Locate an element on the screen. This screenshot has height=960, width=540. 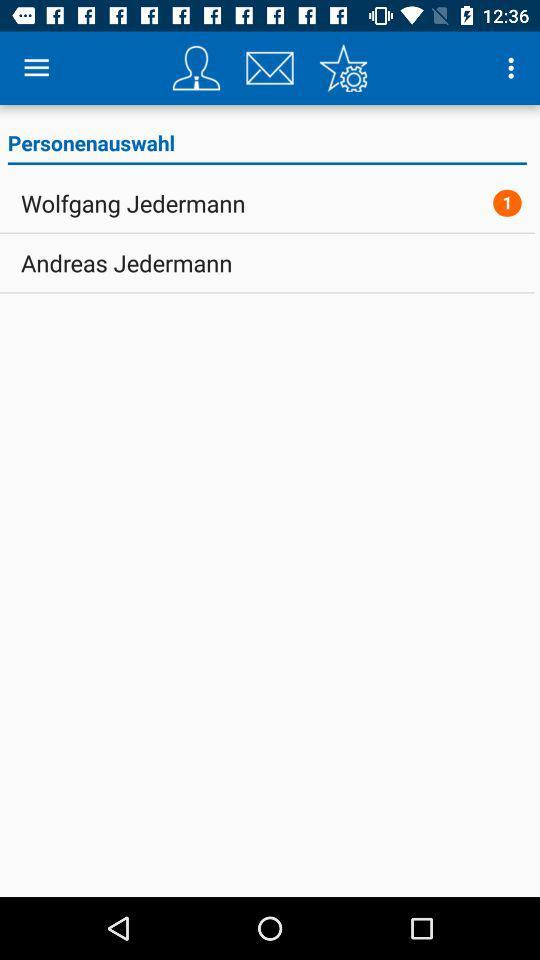
icon next to wolfgang jedermann item is located at coordinates (507, 203).